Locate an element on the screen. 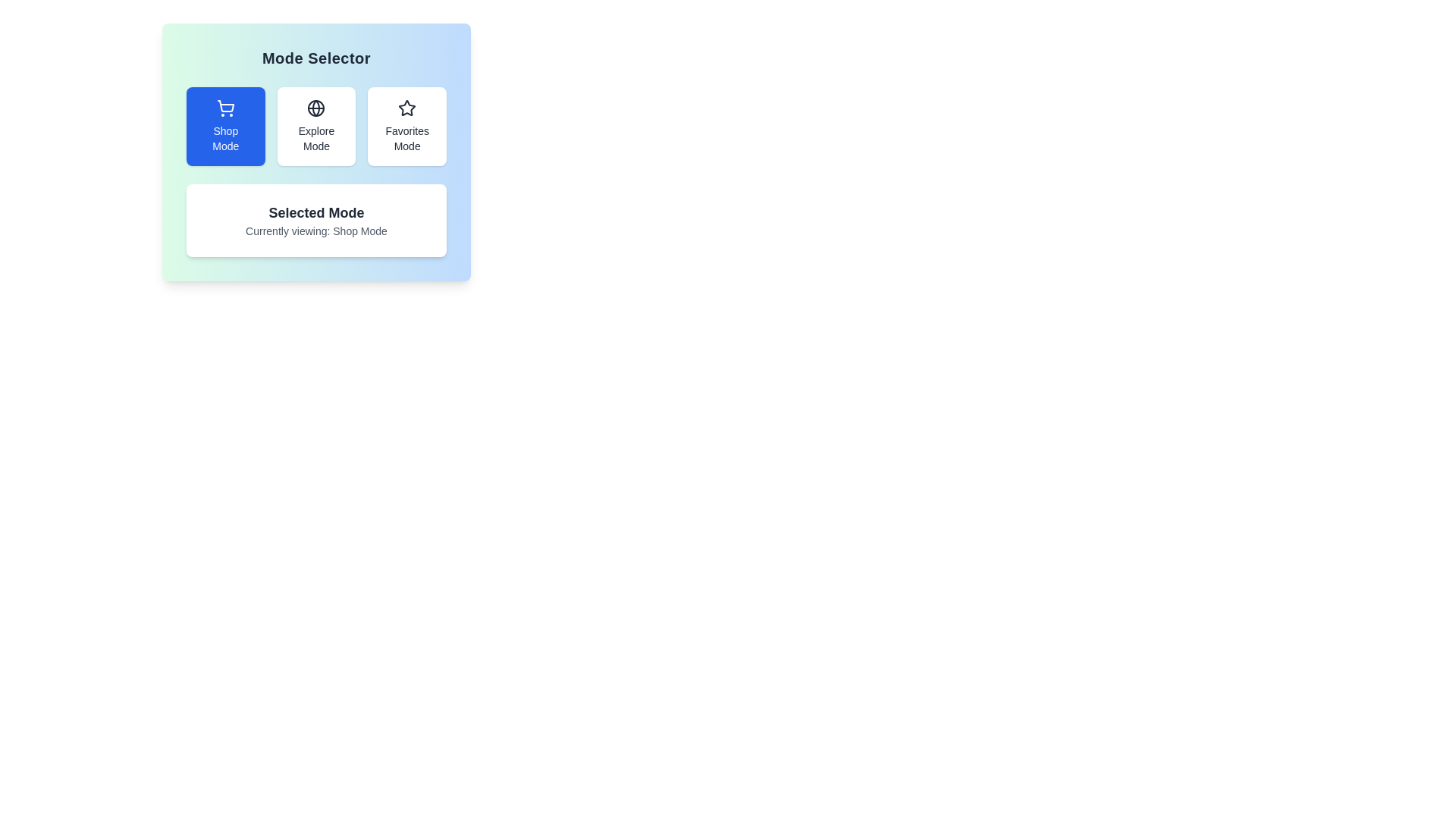 Image resolution: width=1456 pixels, height=819 pixels. the star icon representing 'Favorites' located in the 'Favorites Mode' button, which is the third button from the left under the 'Mode Selector' heading is located at coordinates (407, 107).